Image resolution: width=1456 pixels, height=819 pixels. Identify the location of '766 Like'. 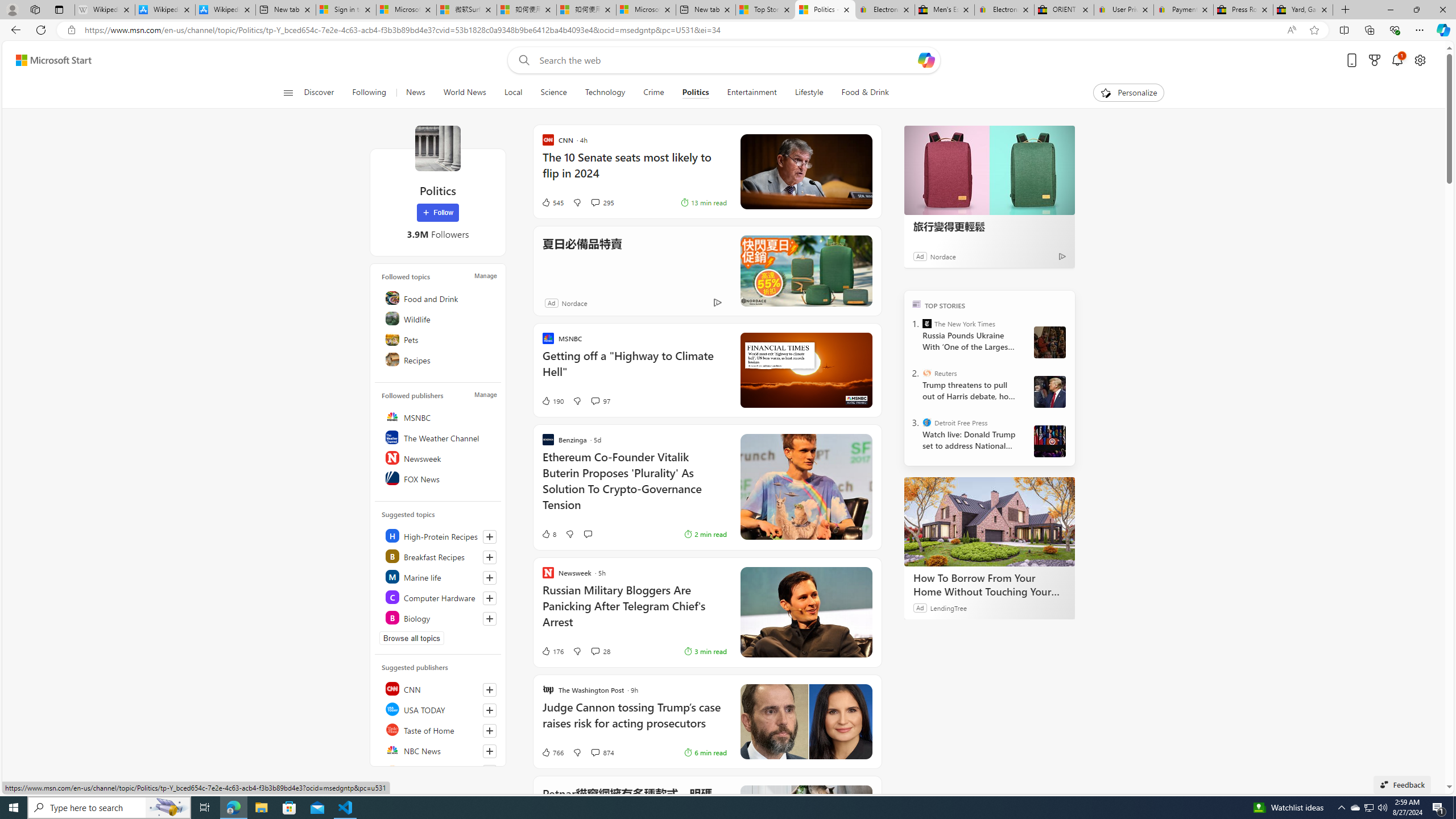
(552, 751).